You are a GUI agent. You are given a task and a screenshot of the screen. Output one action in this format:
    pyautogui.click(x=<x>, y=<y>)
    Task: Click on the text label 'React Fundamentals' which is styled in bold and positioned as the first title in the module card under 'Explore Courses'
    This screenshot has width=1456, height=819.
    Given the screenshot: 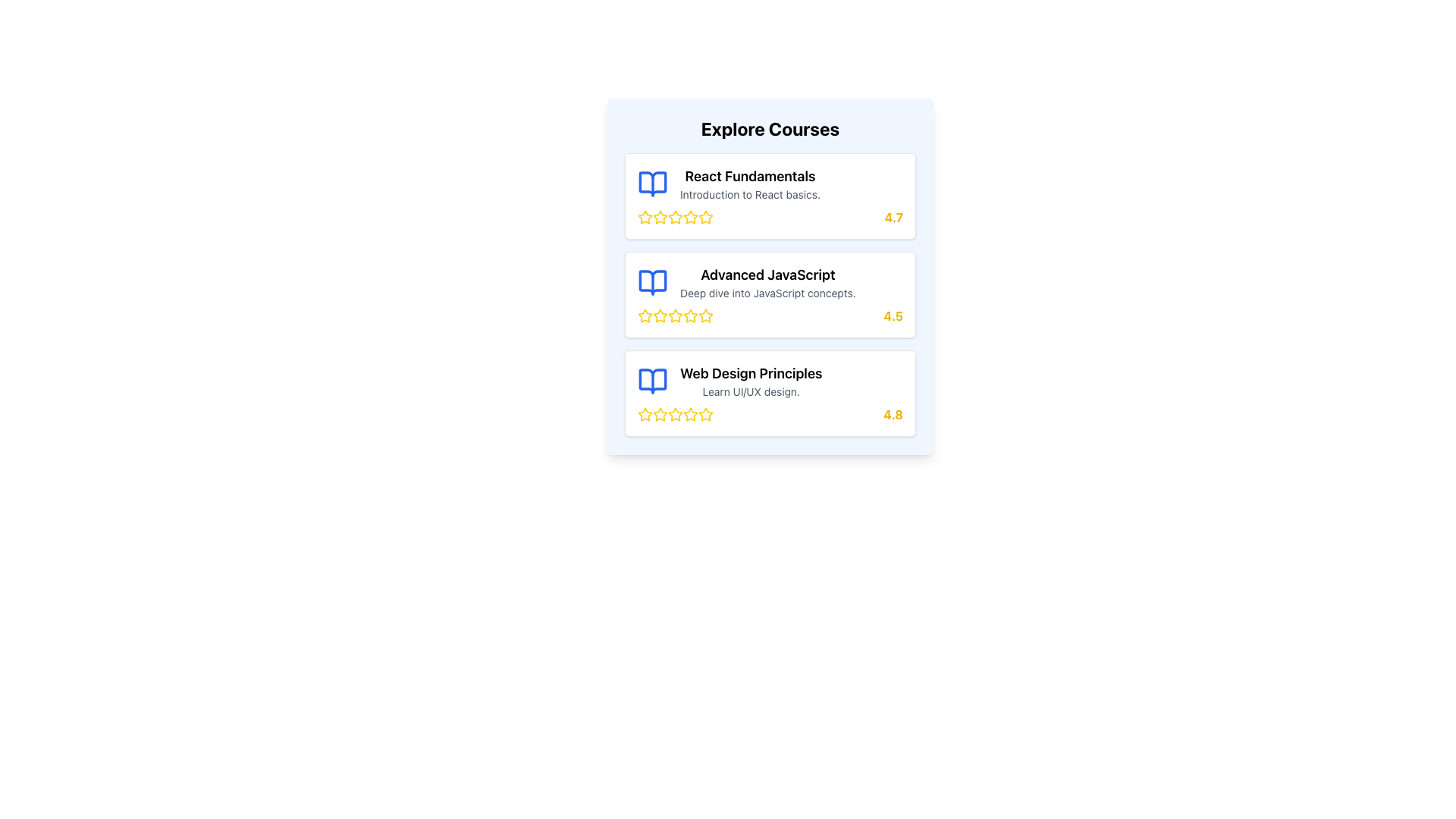 What is the action you would take?
    pyautogui.click(x=750, y=175)
    